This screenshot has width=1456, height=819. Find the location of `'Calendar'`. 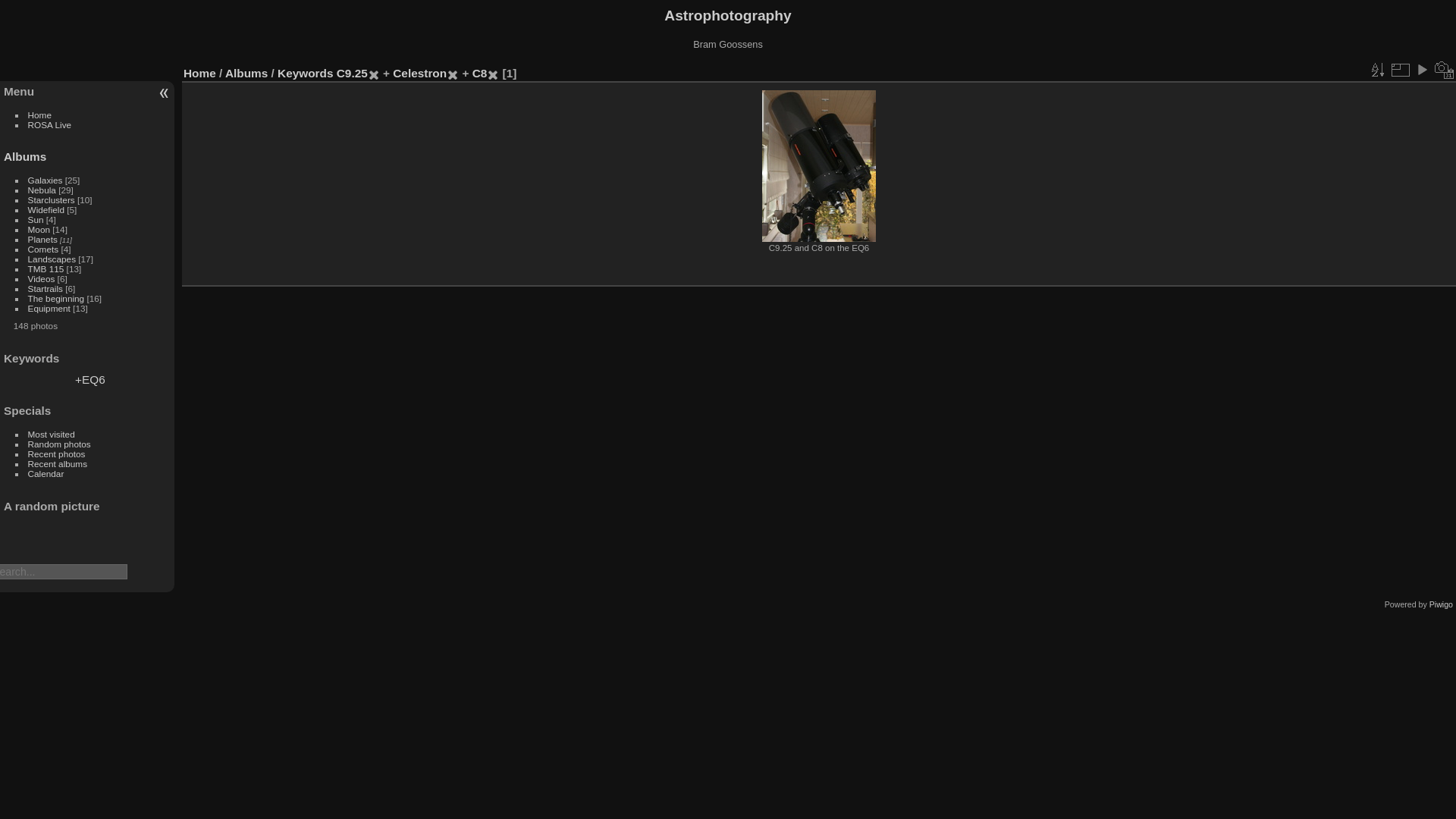

'Calendar' is located at coordinates (46, 472).